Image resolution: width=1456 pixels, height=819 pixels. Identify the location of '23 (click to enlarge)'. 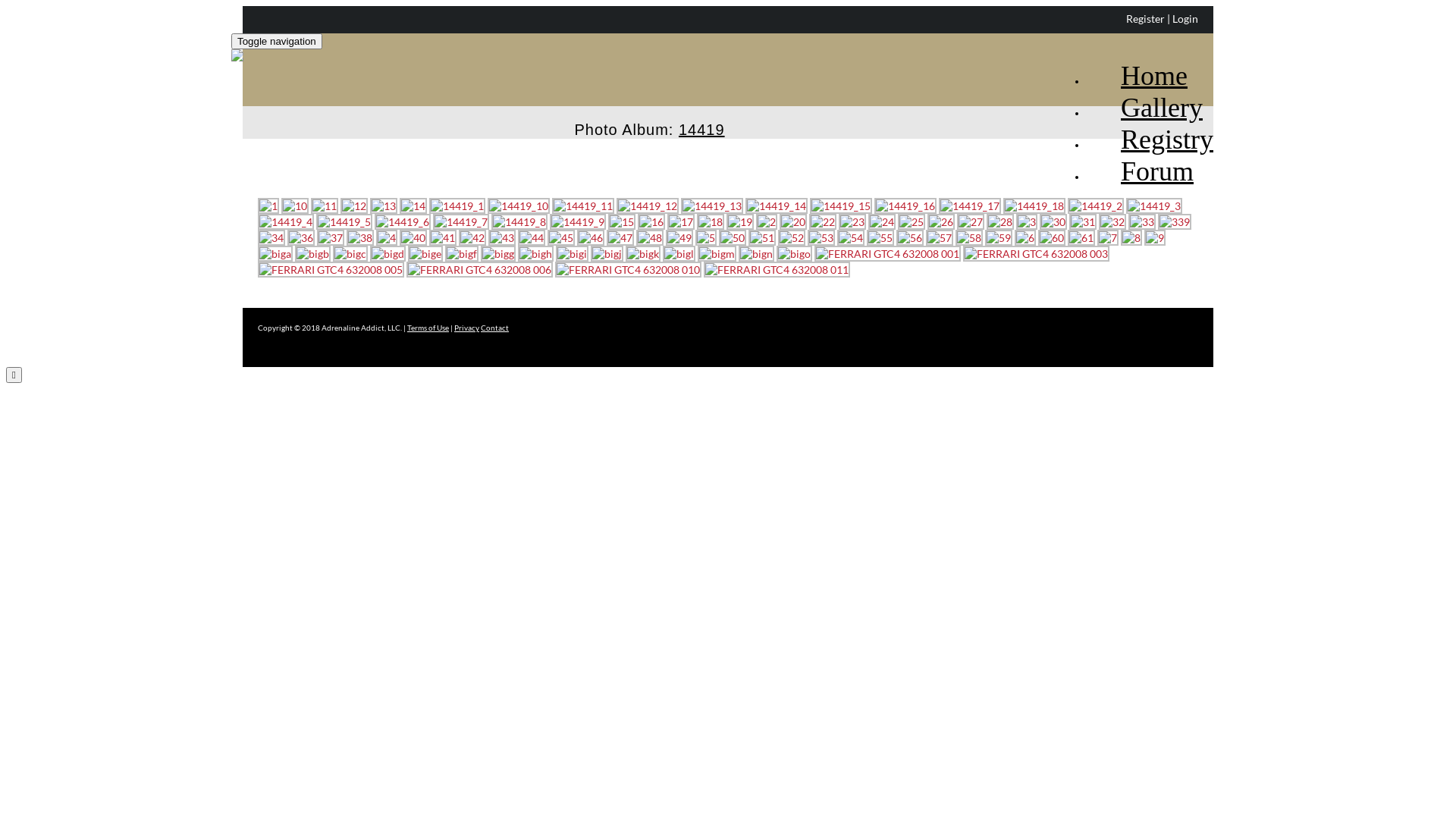
(852, 221).